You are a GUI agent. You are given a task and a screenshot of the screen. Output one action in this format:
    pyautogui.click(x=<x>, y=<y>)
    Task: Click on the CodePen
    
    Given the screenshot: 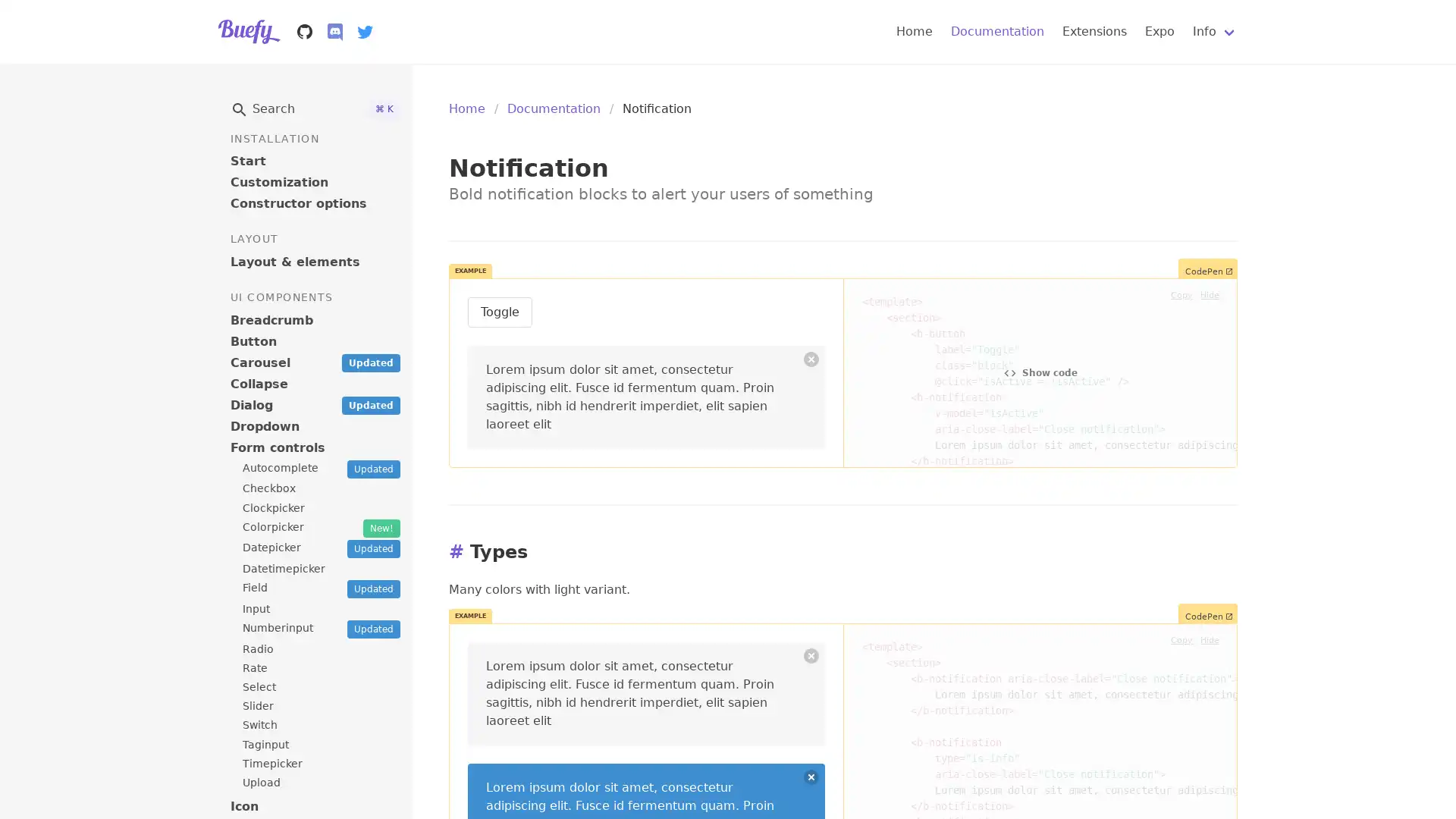 What is the action you would take?
    pyautogui.click(x=1207, y=613)
    